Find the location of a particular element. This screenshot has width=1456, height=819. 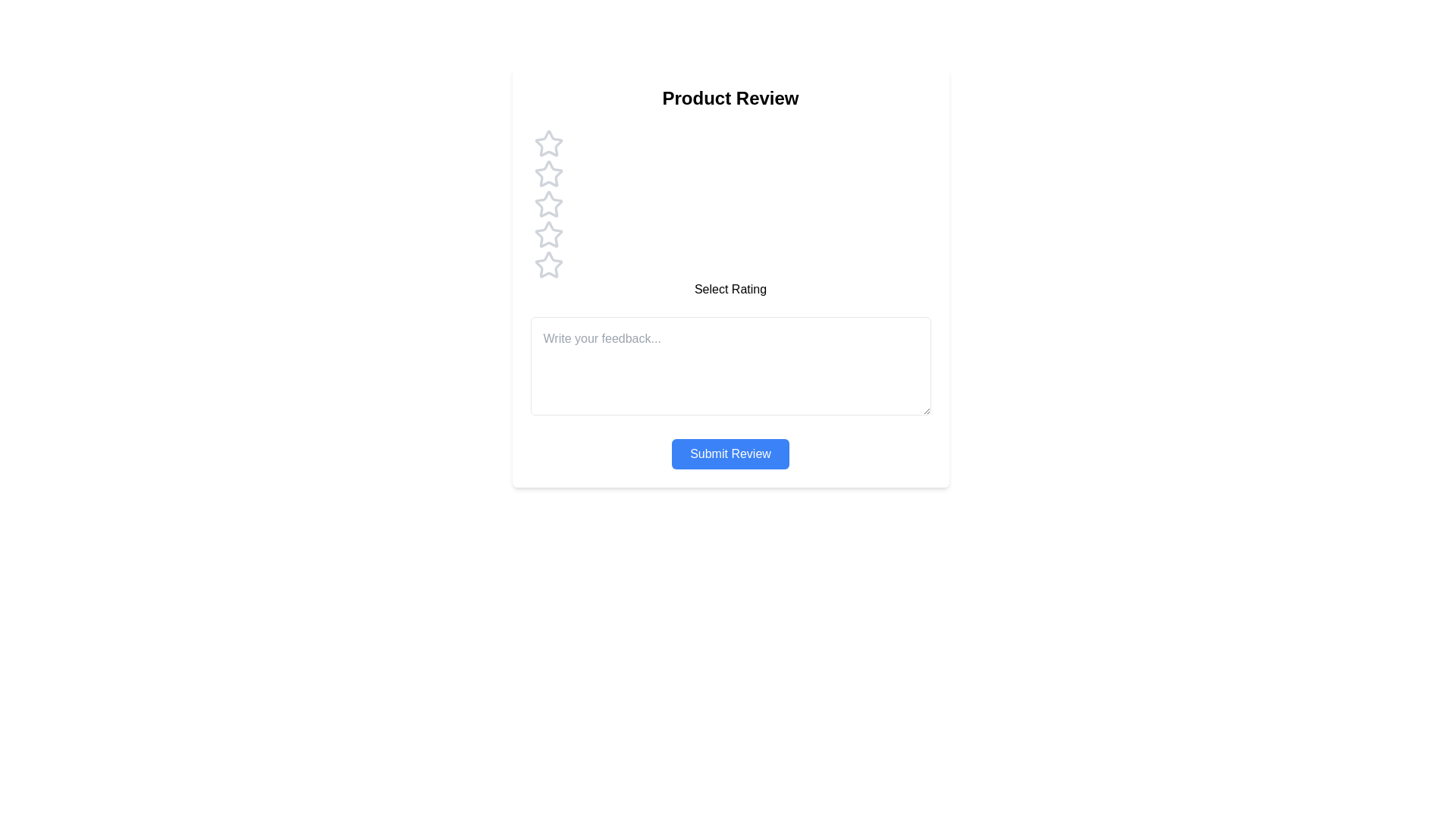

the third star in the five-star rating control to indicate a mid-level rating for the product review is located at coordinates (548, 203).